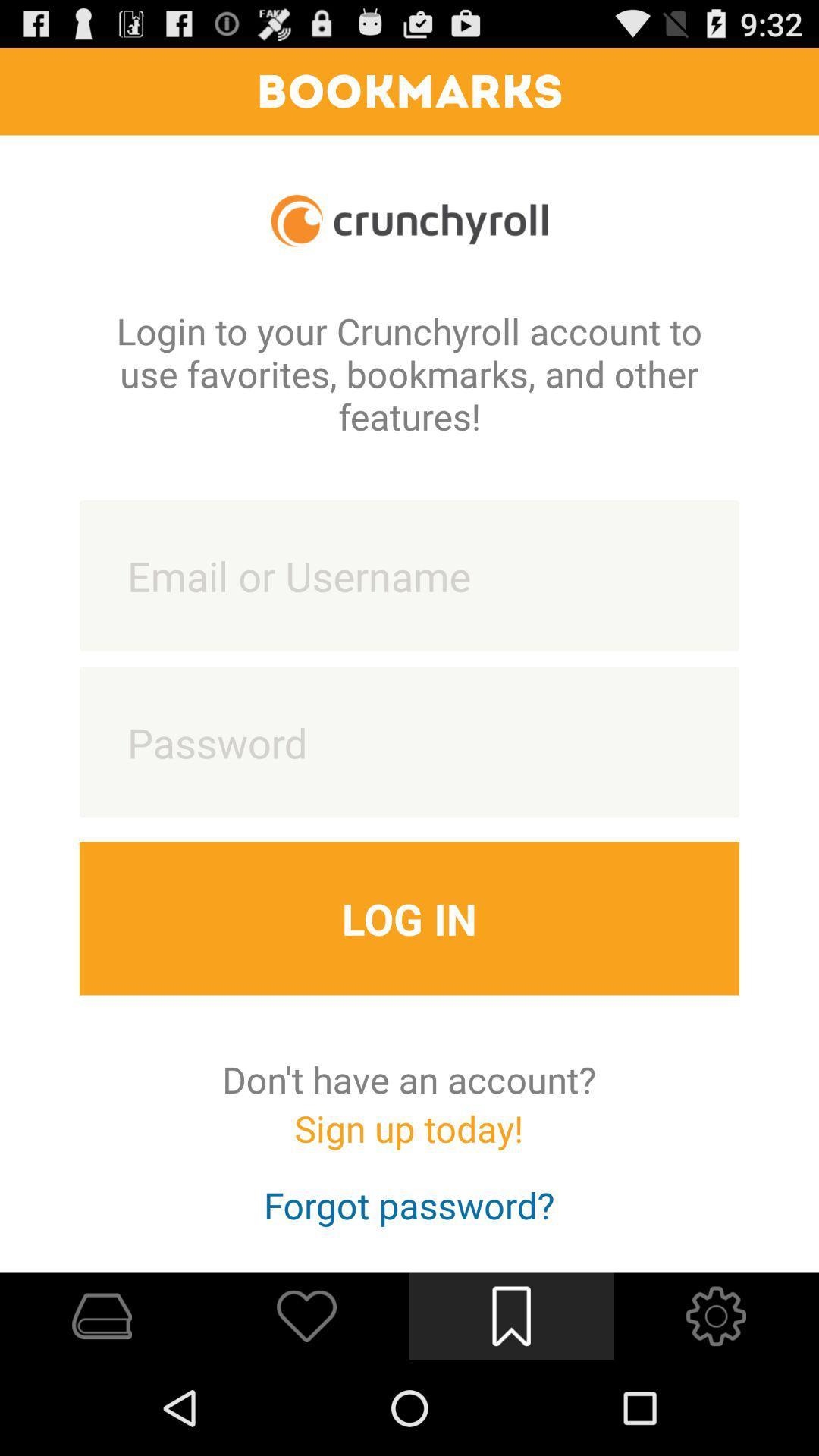 The width and height of the screenshot is (819, 1456). What do you see at coordinates (409, 575) in the screenshot?
I see `text` at bounding box center [409, 575].